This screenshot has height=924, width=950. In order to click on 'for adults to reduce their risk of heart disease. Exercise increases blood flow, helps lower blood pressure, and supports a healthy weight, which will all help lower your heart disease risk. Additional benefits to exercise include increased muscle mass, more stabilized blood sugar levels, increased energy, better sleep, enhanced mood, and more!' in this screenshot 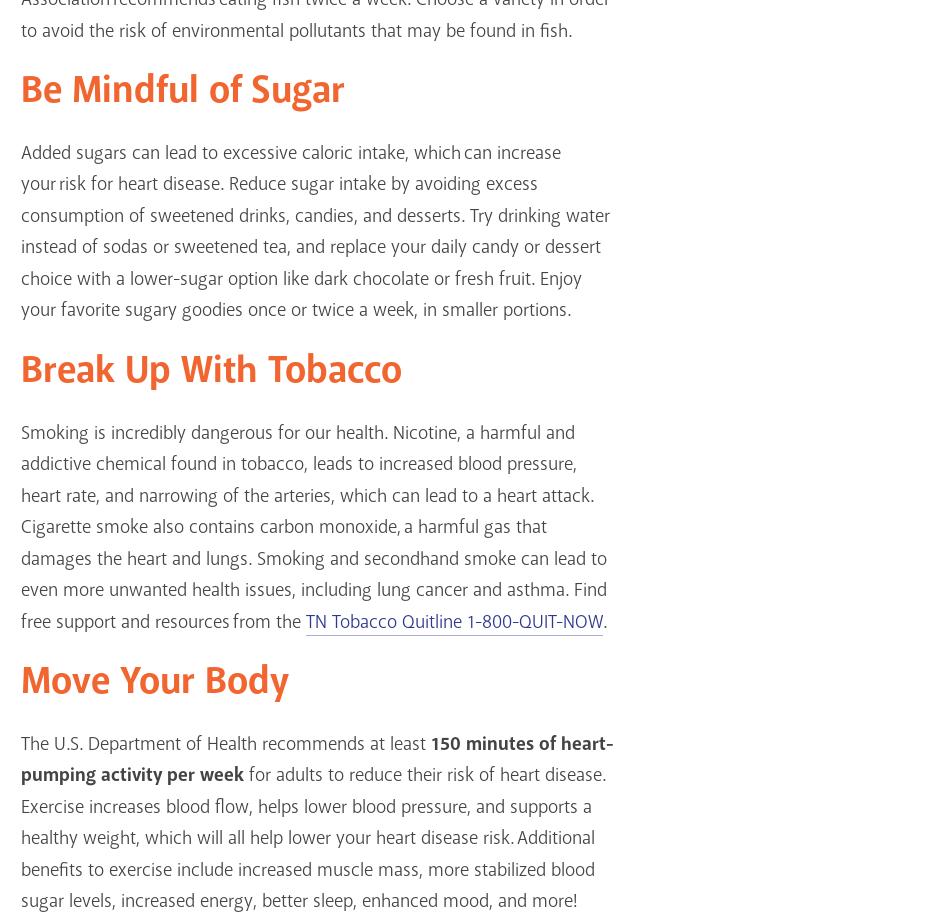, I will do `click(20, 838)`.